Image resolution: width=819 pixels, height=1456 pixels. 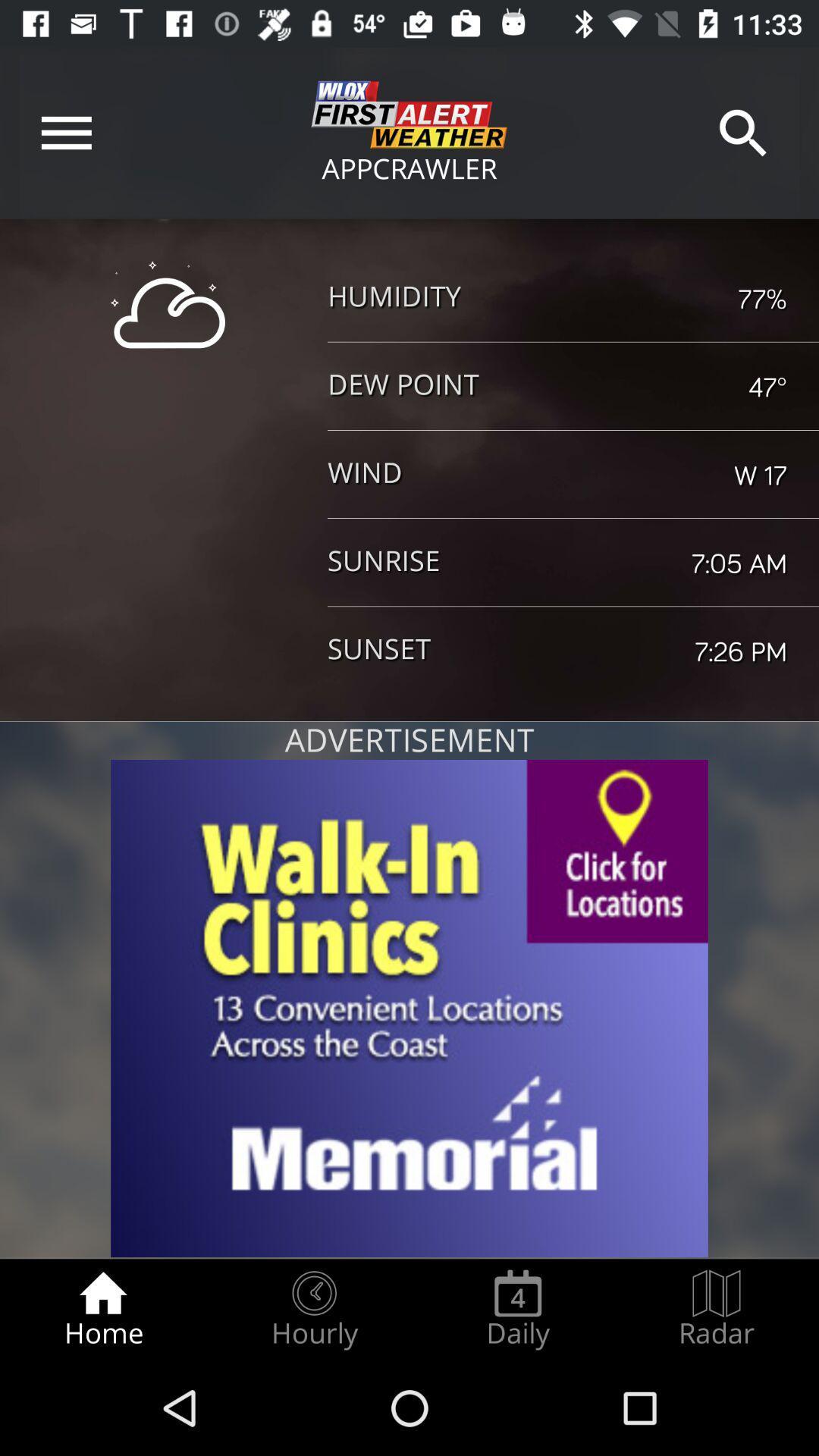 I want to click on go to advertisement, so click(x=409, y=1009).